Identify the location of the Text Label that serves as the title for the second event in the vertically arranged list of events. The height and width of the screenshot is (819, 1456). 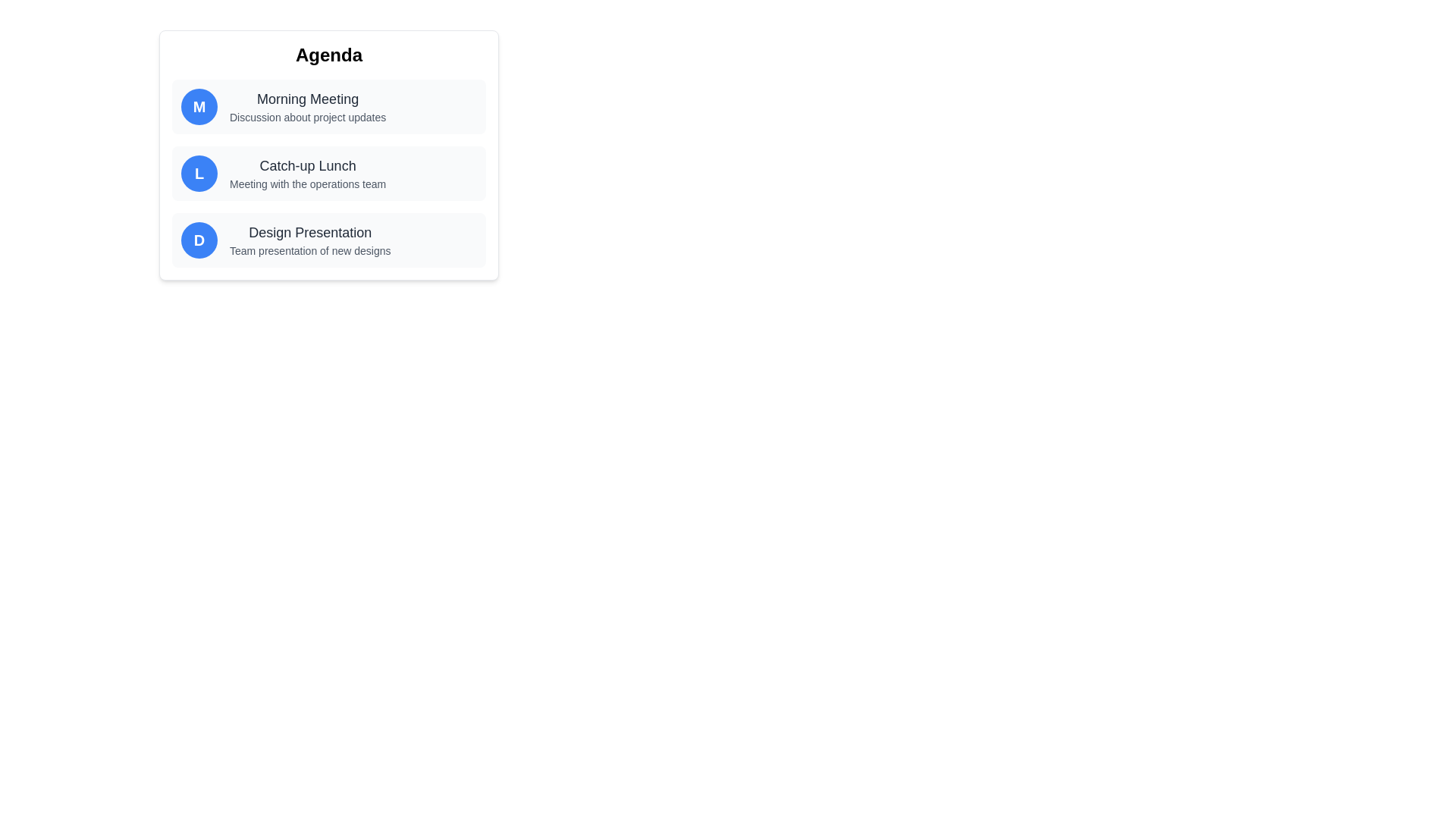
(307, 166).